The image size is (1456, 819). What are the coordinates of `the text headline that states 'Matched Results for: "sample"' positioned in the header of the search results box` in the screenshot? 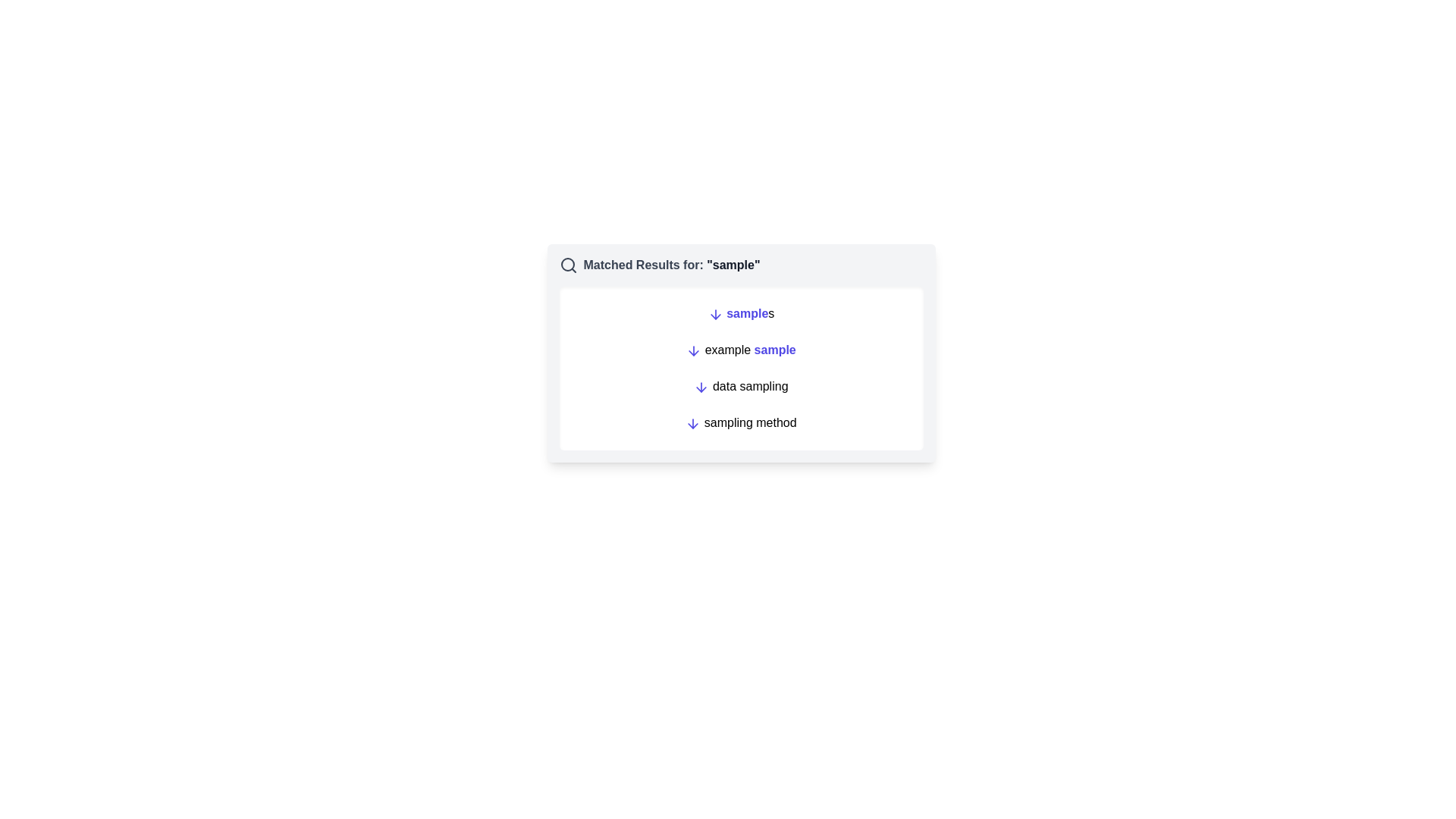 It's located at (671, 265).